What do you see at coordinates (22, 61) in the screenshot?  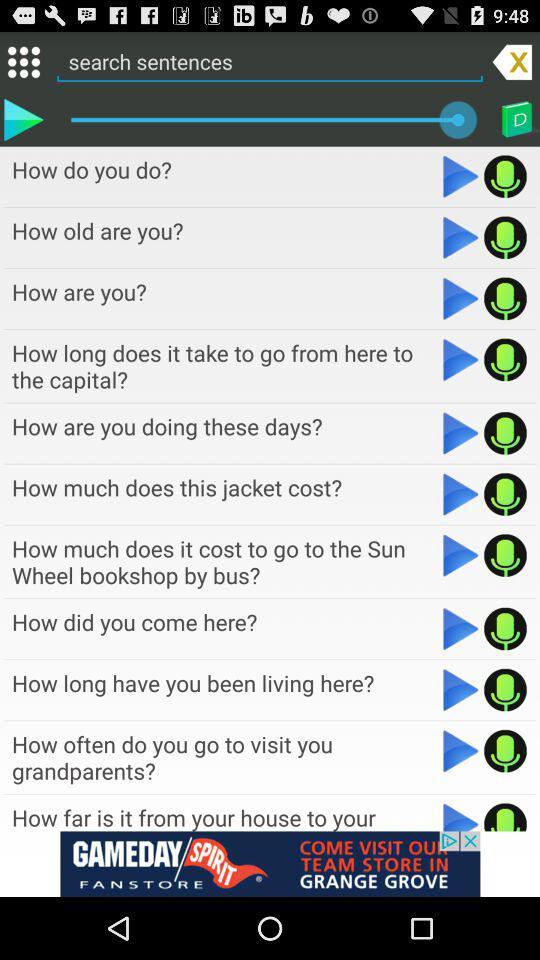 I see `icon` at bounding box center [22, 61].